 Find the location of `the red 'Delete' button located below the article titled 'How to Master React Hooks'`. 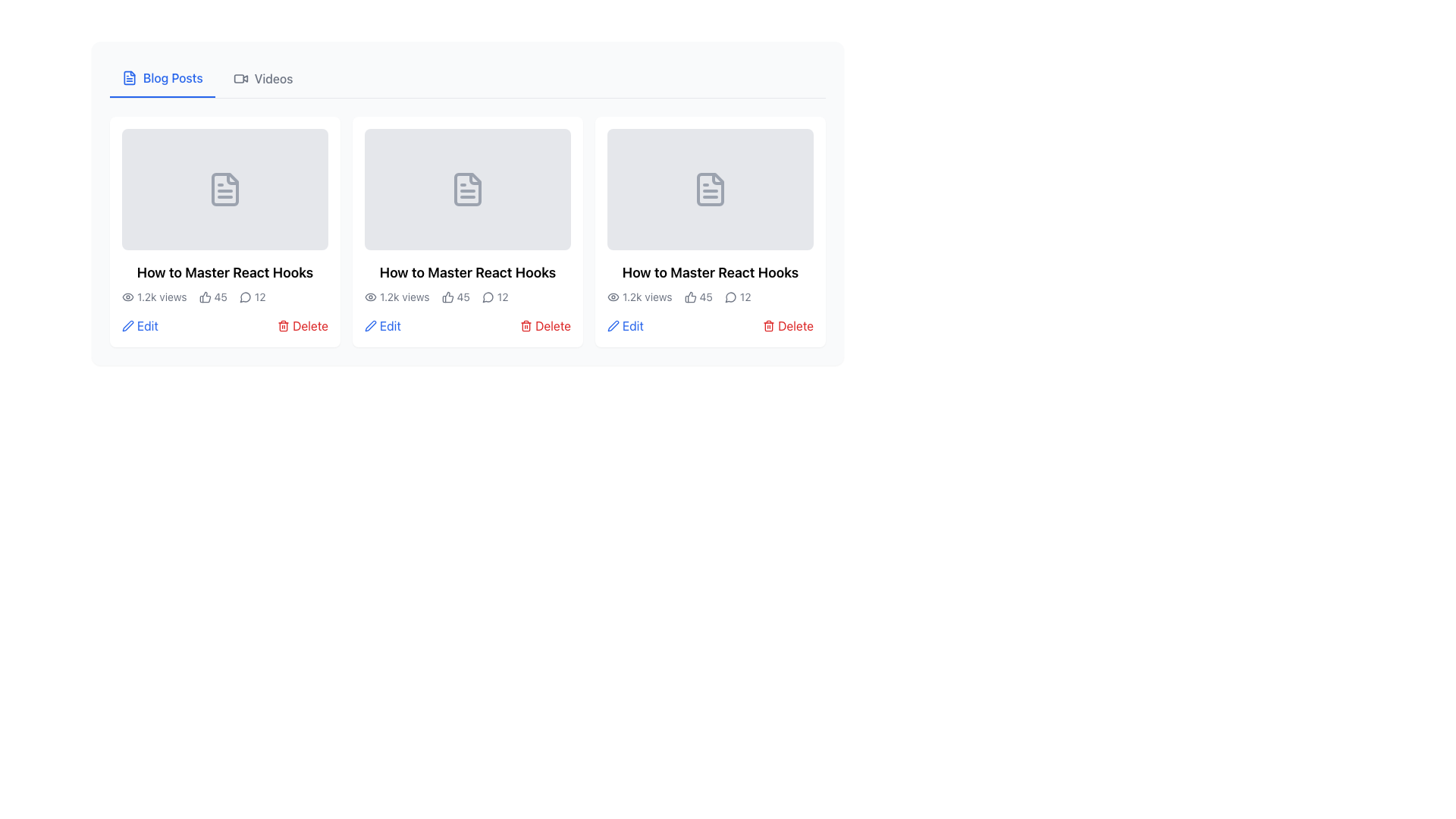

the red 'Delete' button located below the article titled 'How to Master React Hooks' is located at coordinates (545, 325).